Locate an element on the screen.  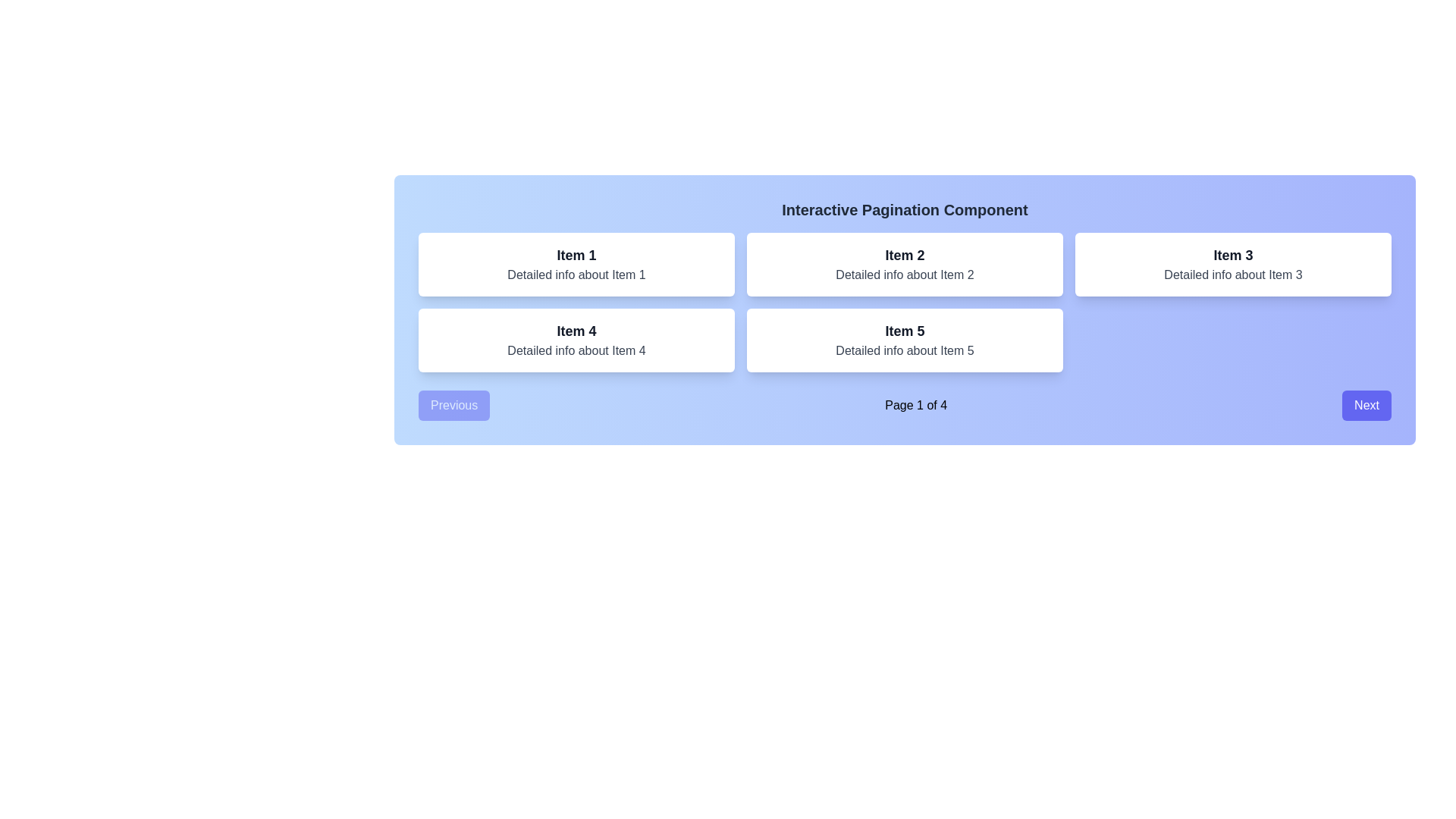
detailed text labeled 'Detailed info about Item 2', which is styled in gray font color and is positioned below the bolded text 'Item 2' within a card-like structure is located at coordinates (905, 275).